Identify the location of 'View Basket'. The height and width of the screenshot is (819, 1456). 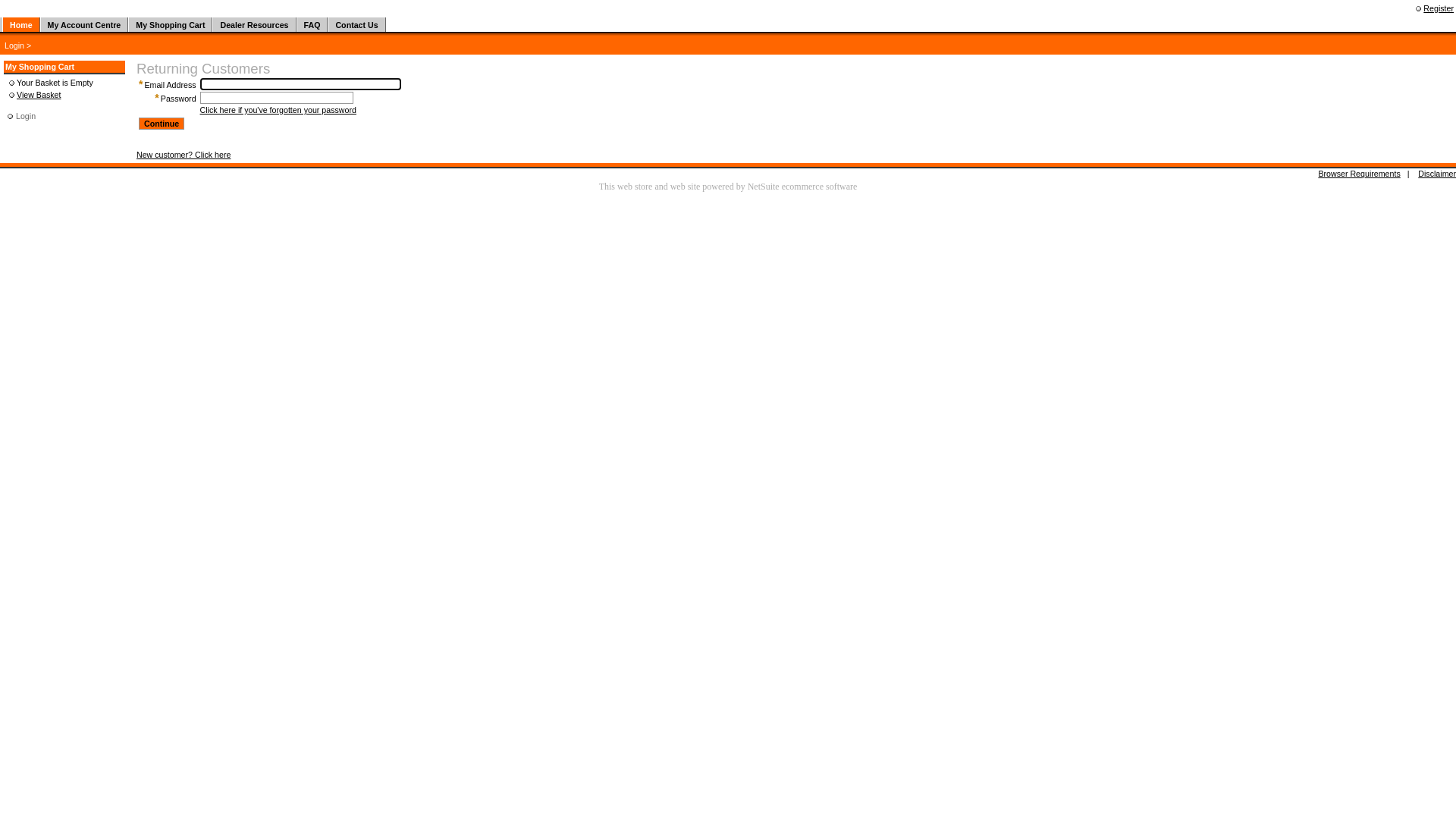
(39, 94).